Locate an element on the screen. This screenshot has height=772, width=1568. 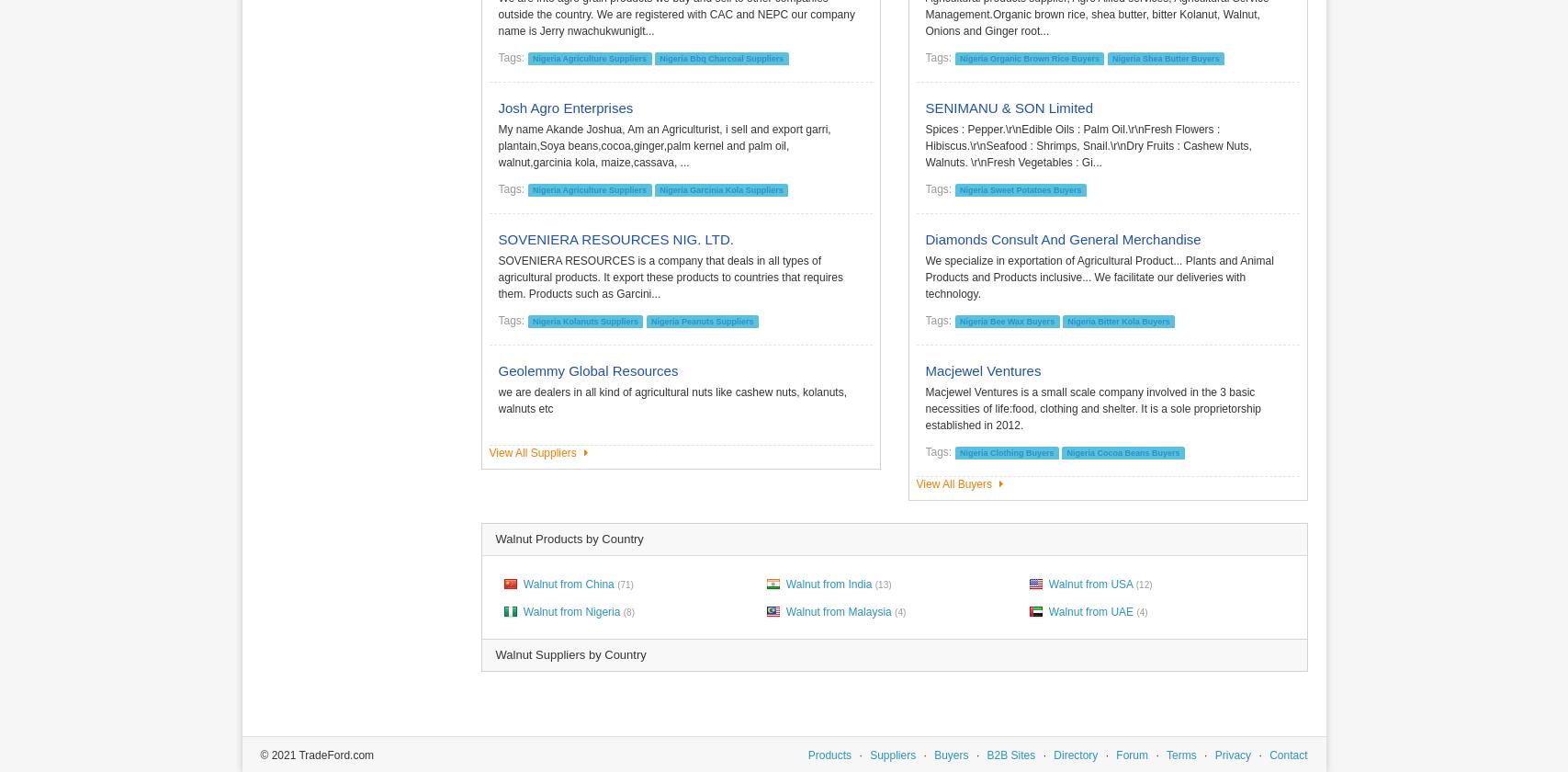
'Walnut from UAE' is located at coordinates (1046, 611).